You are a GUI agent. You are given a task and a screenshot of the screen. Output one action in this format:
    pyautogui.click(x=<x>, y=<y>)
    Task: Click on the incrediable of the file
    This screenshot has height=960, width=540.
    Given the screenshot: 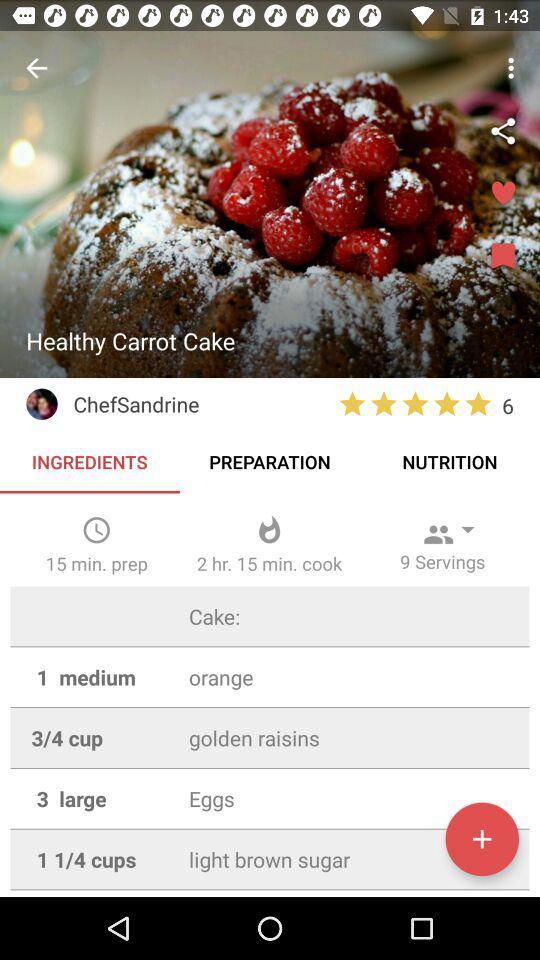 What is the action you would take?
    pyautogui.click(x=481, y=839)
    